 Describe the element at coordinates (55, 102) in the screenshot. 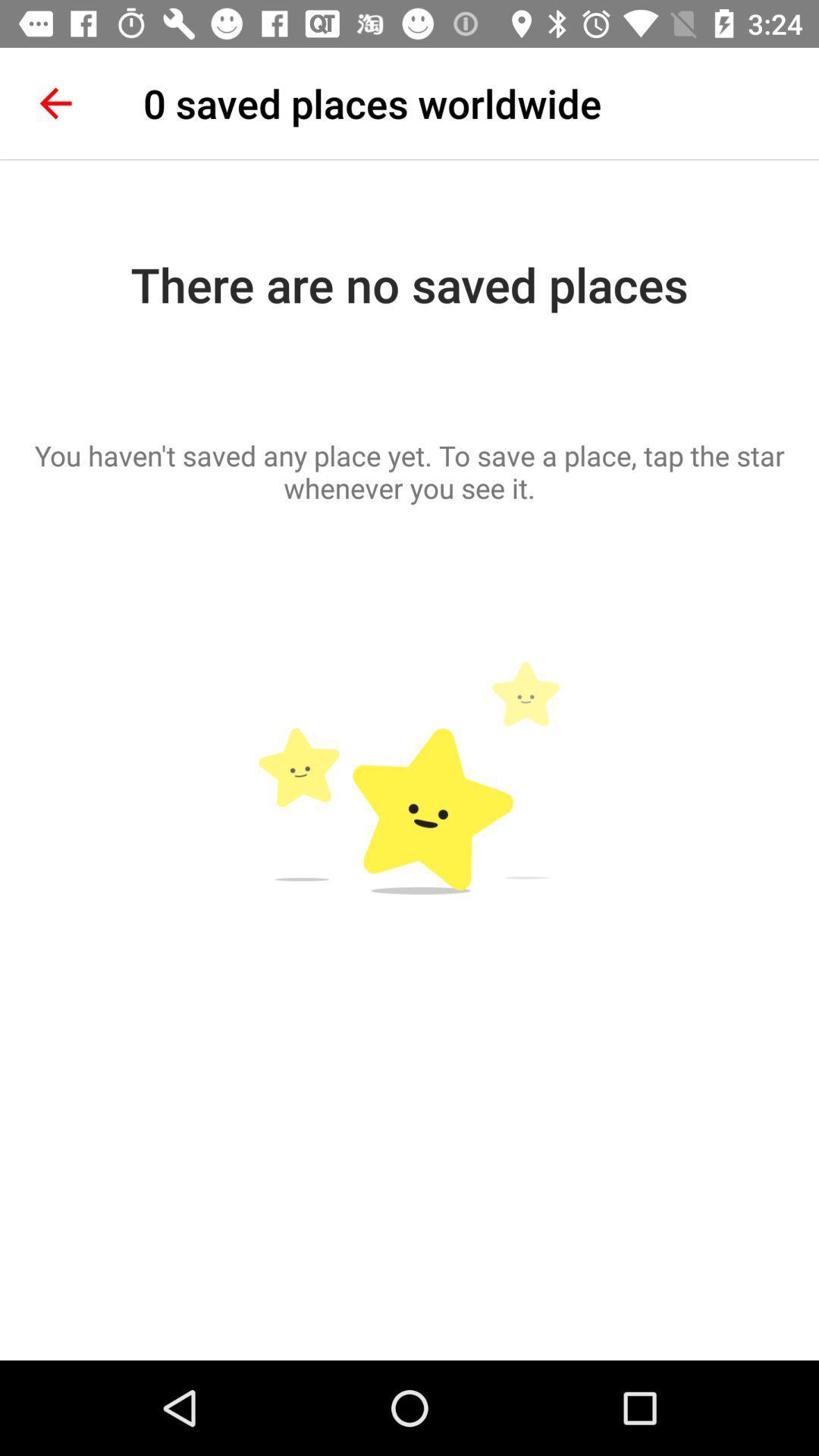

I see `icon to the left of the 0 saved places` at that location.